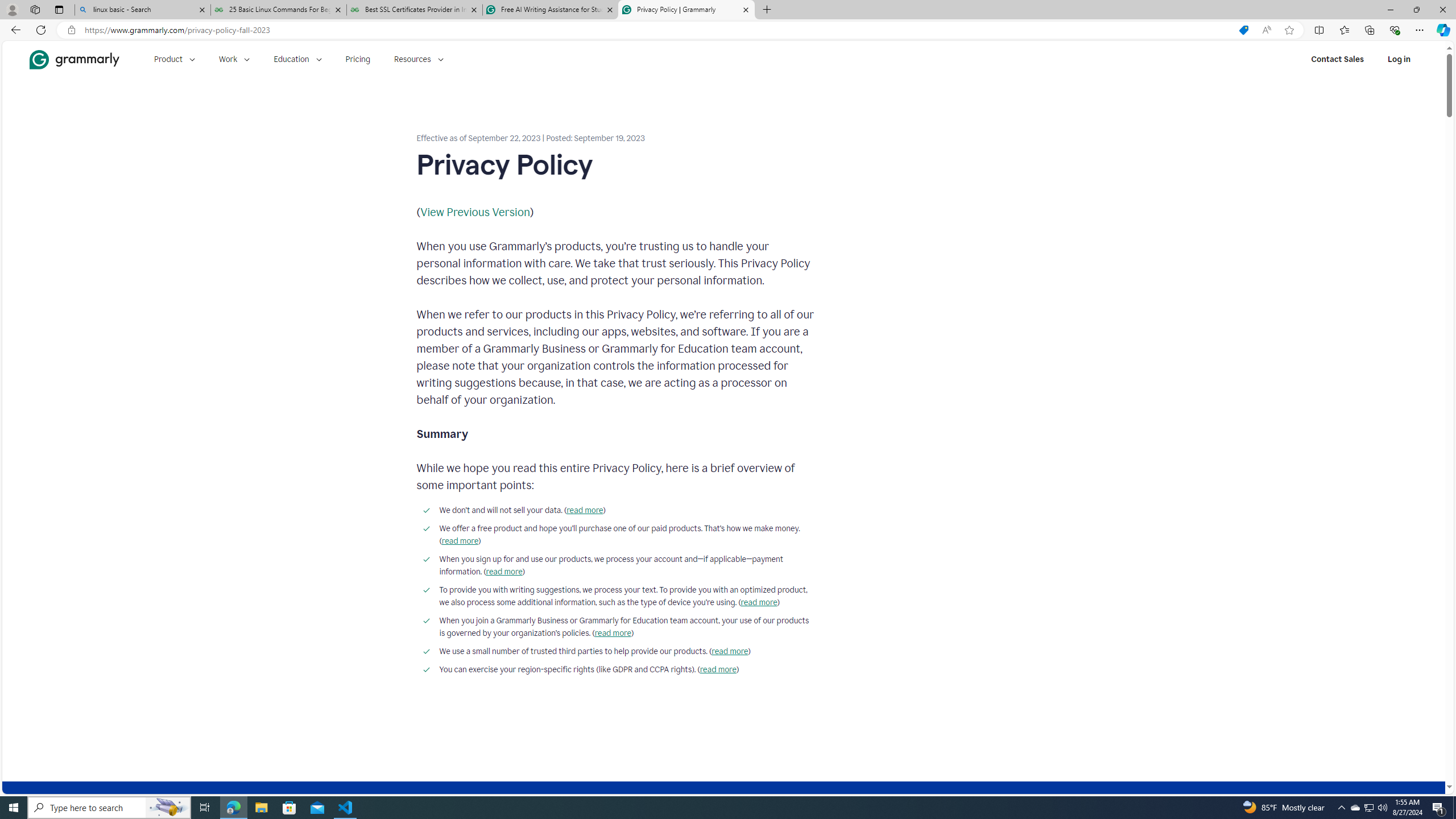 Image resolution: width=1456 pixels, height=819 pixels. I want to click on 'Resources', so click(419, 59).